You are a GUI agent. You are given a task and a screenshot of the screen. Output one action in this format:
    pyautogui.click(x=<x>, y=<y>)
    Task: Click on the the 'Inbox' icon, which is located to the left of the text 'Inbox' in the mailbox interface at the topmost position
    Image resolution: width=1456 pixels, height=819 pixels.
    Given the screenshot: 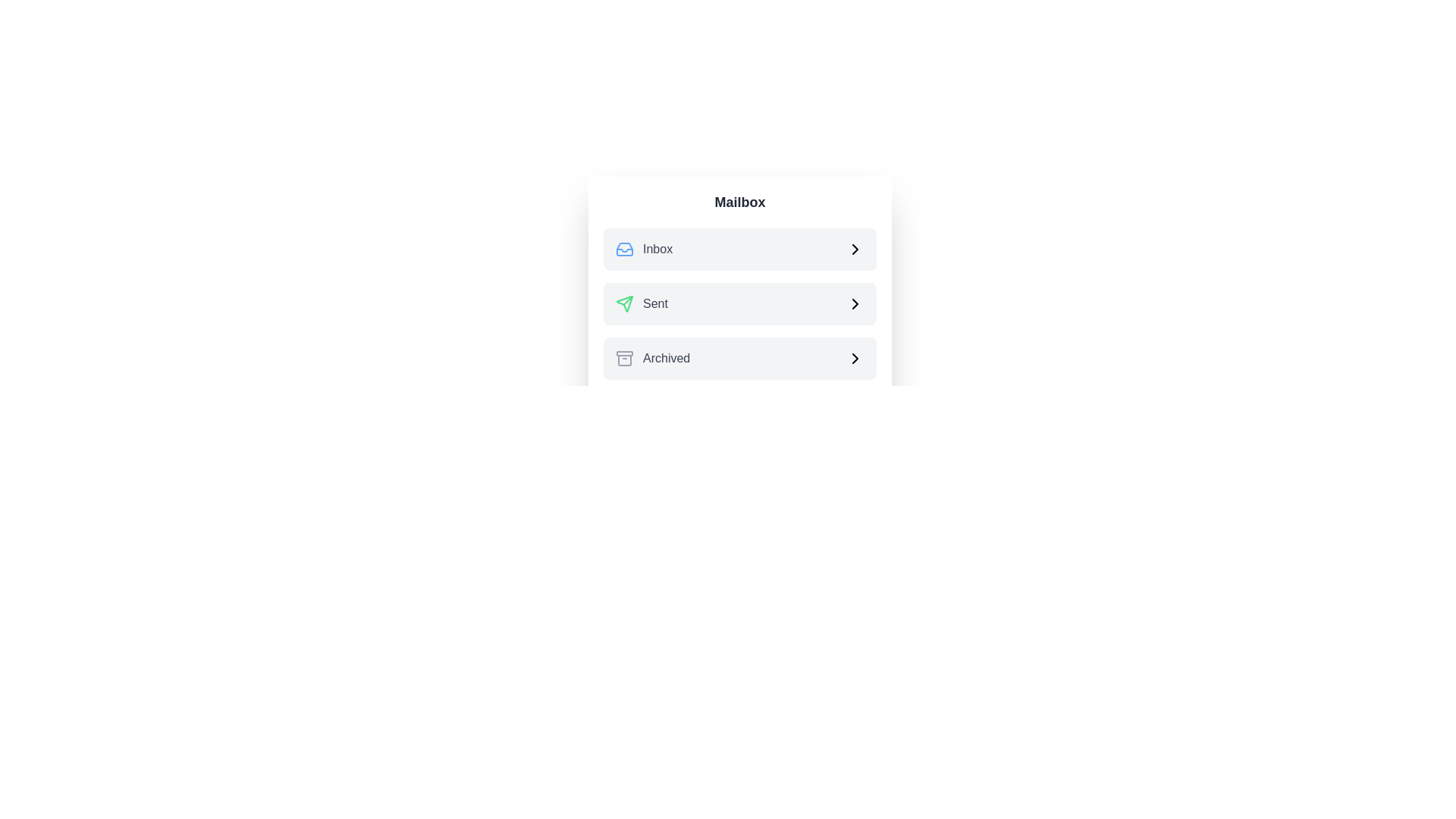 What is the action you would take?
    pyautogui.click(x=625, y=248)
    